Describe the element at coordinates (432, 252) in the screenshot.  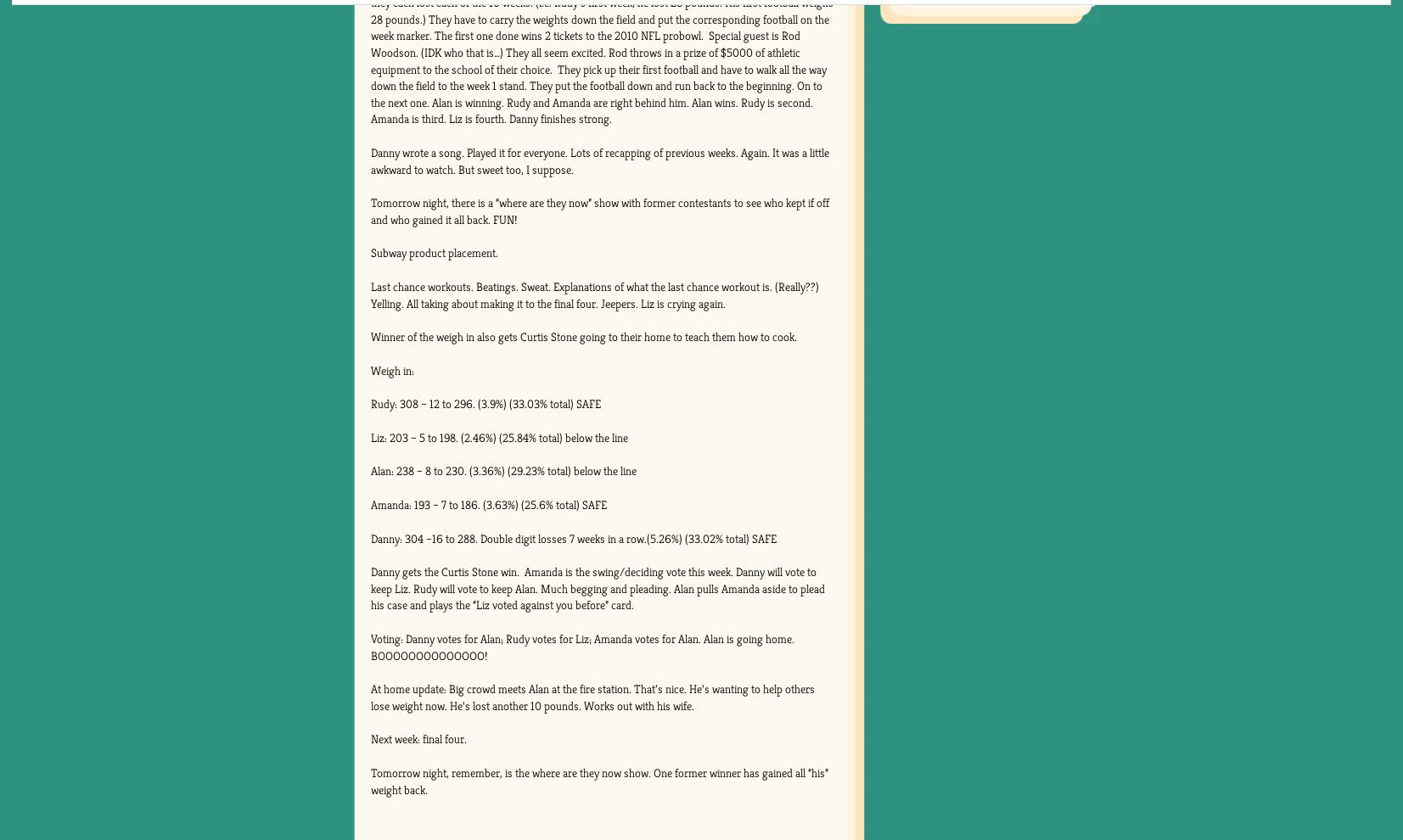
I see `'Subway product placement.'` at that location.